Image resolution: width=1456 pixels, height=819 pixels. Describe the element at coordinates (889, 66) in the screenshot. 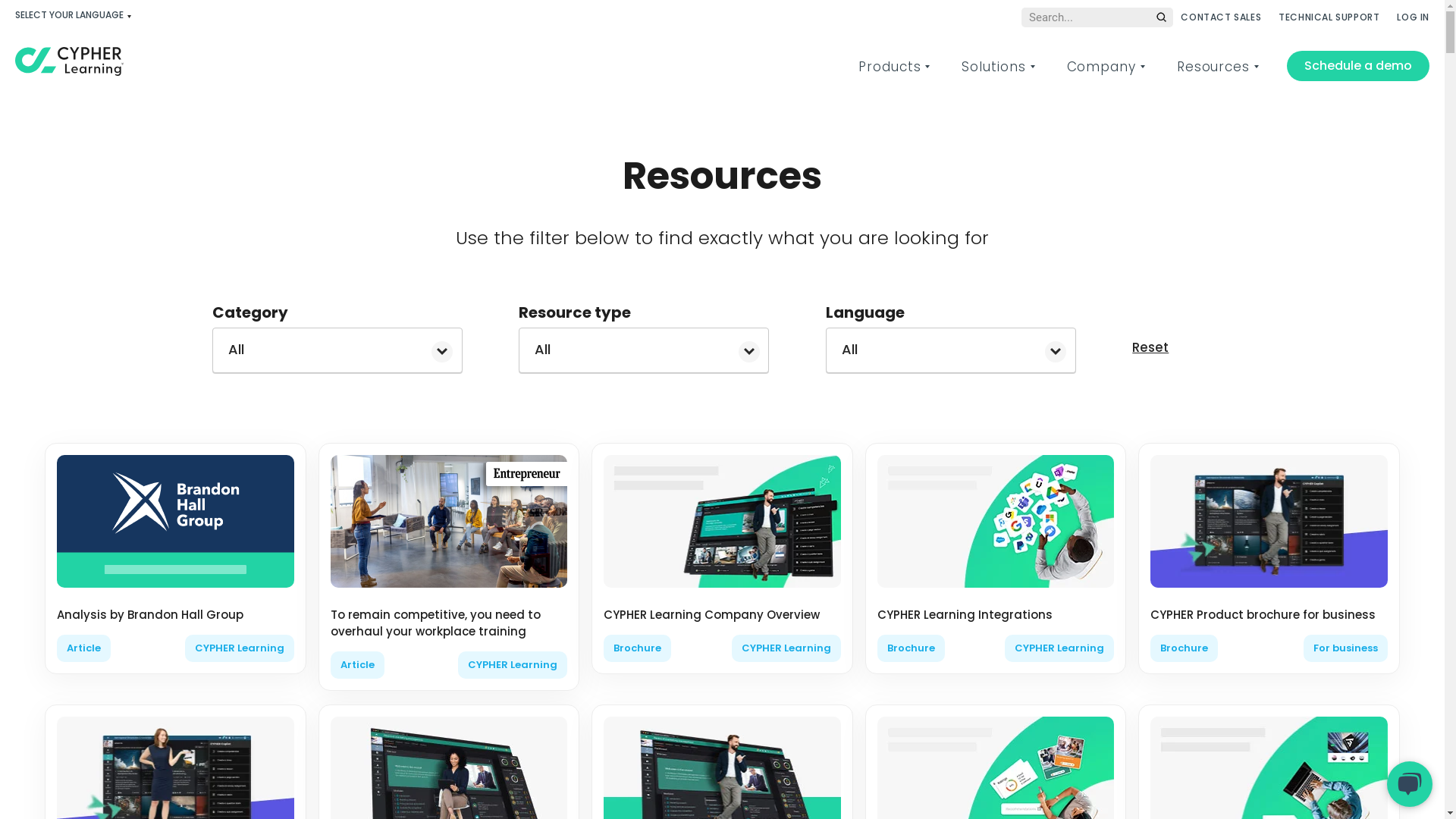

I see `'Products'` at that location.